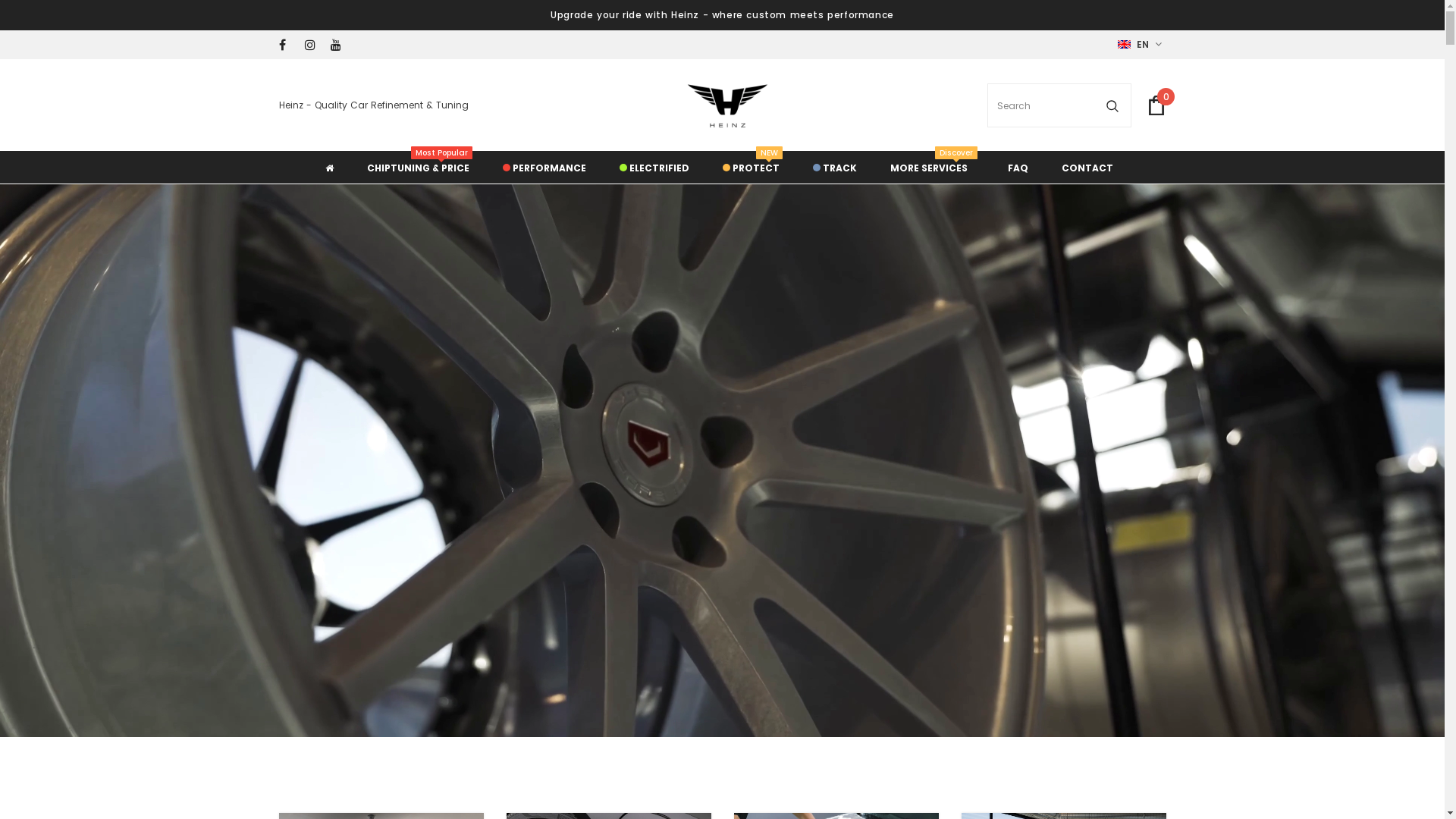 The width and height of the screenshot is (1456, 819). What do you see at coordinates (1156, 104) in the screenshot?
I see `'0'` at bounding box center [1156, 104].